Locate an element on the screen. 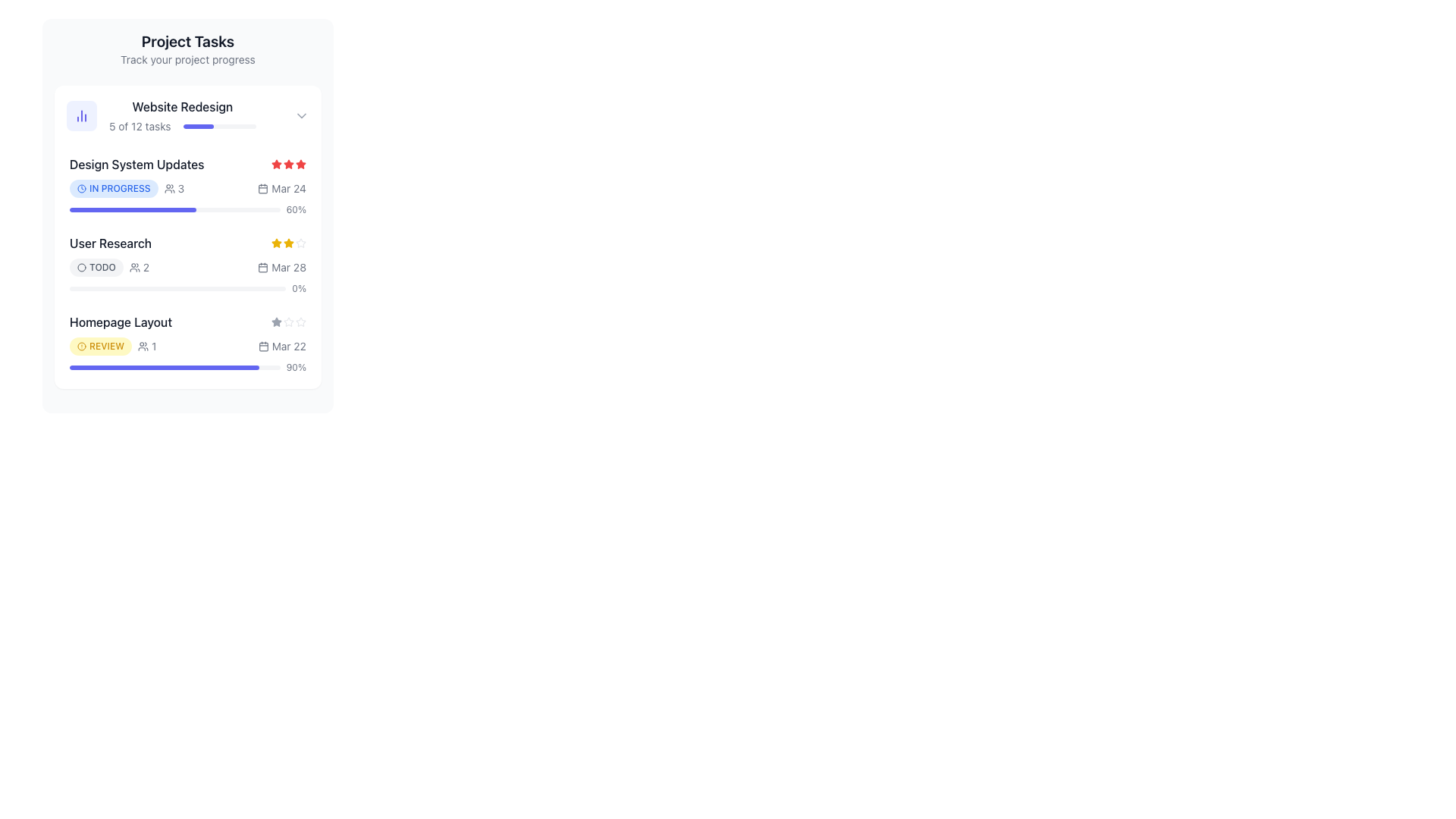  displayed text from the Status indicator in the 'Design System Updates' section, which shows the current task status and associated metadata is located at coordinates (127, 188).